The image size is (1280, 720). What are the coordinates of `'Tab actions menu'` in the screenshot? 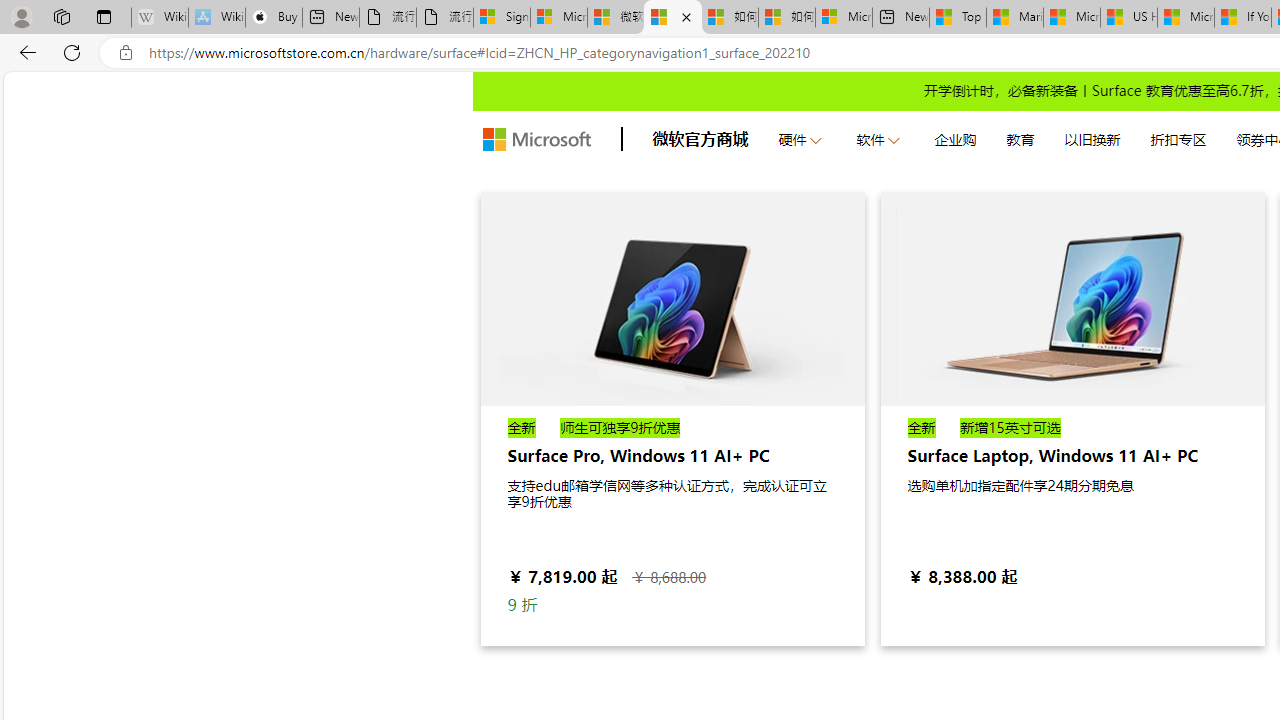 It's located at (103, 16).